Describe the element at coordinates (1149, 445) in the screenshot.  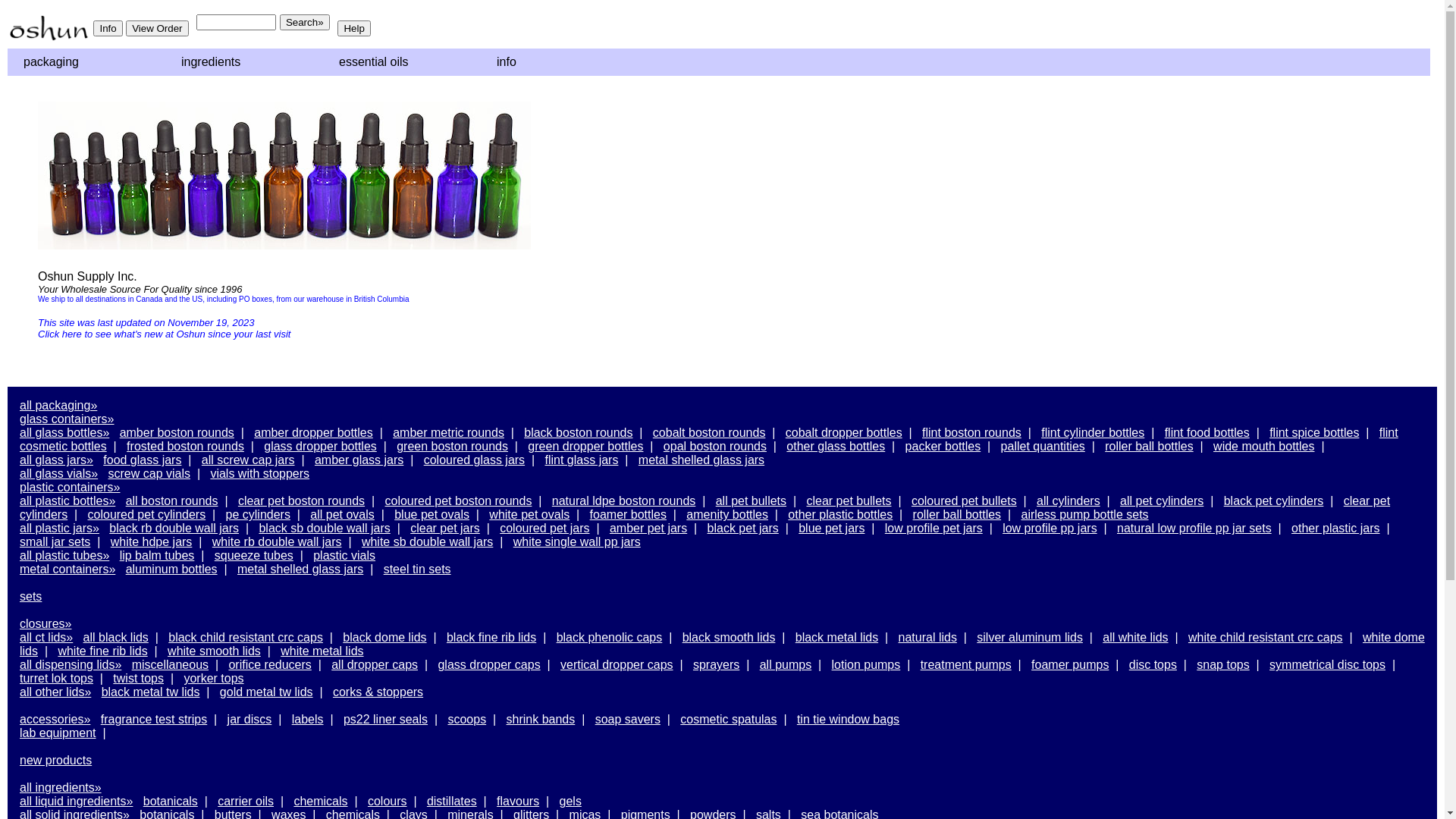
I see `'roller ball bottles'` at that location.